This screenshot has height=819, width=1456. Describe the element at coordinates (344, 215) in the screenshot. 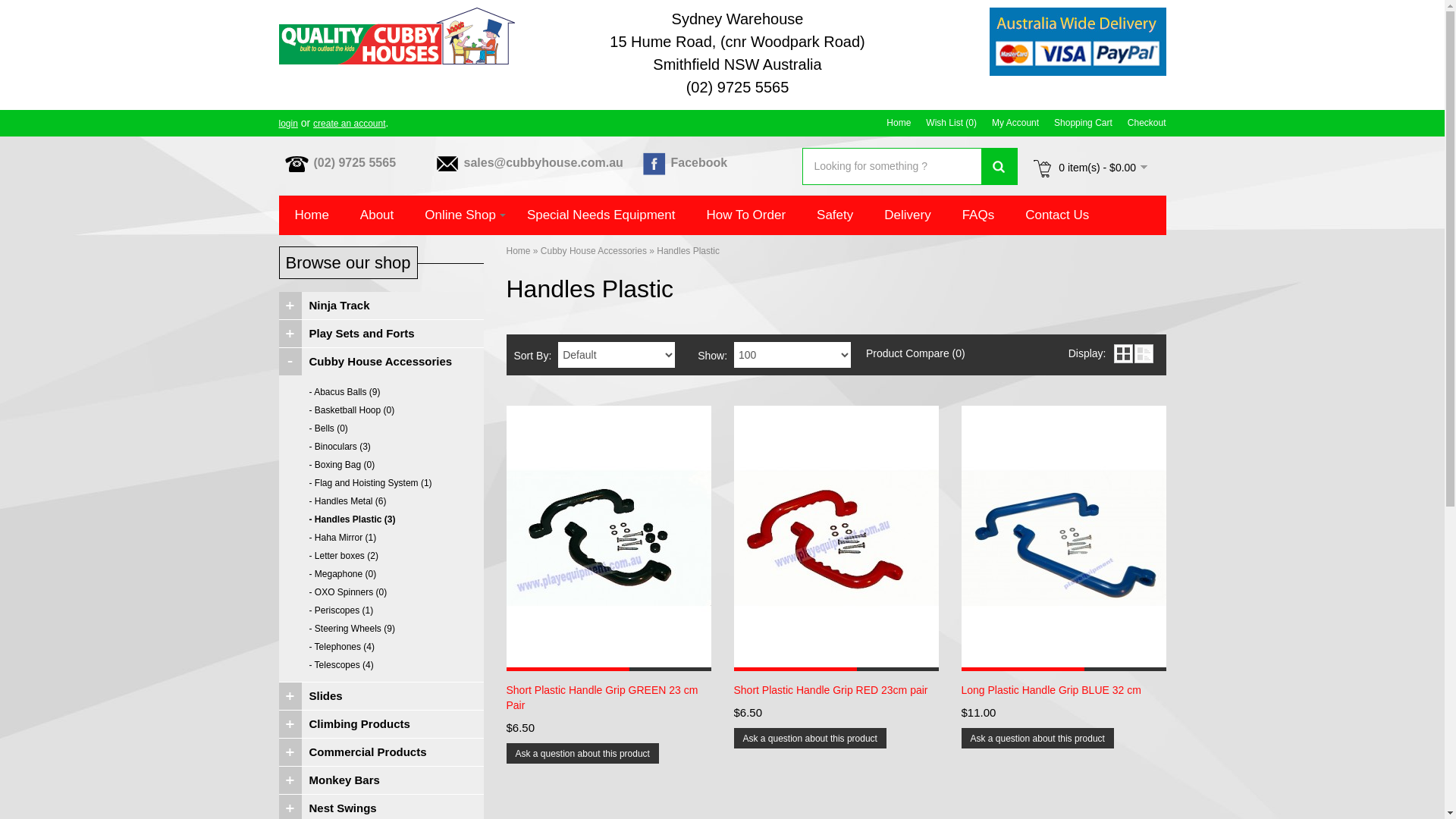

I see `'About'` at that location.